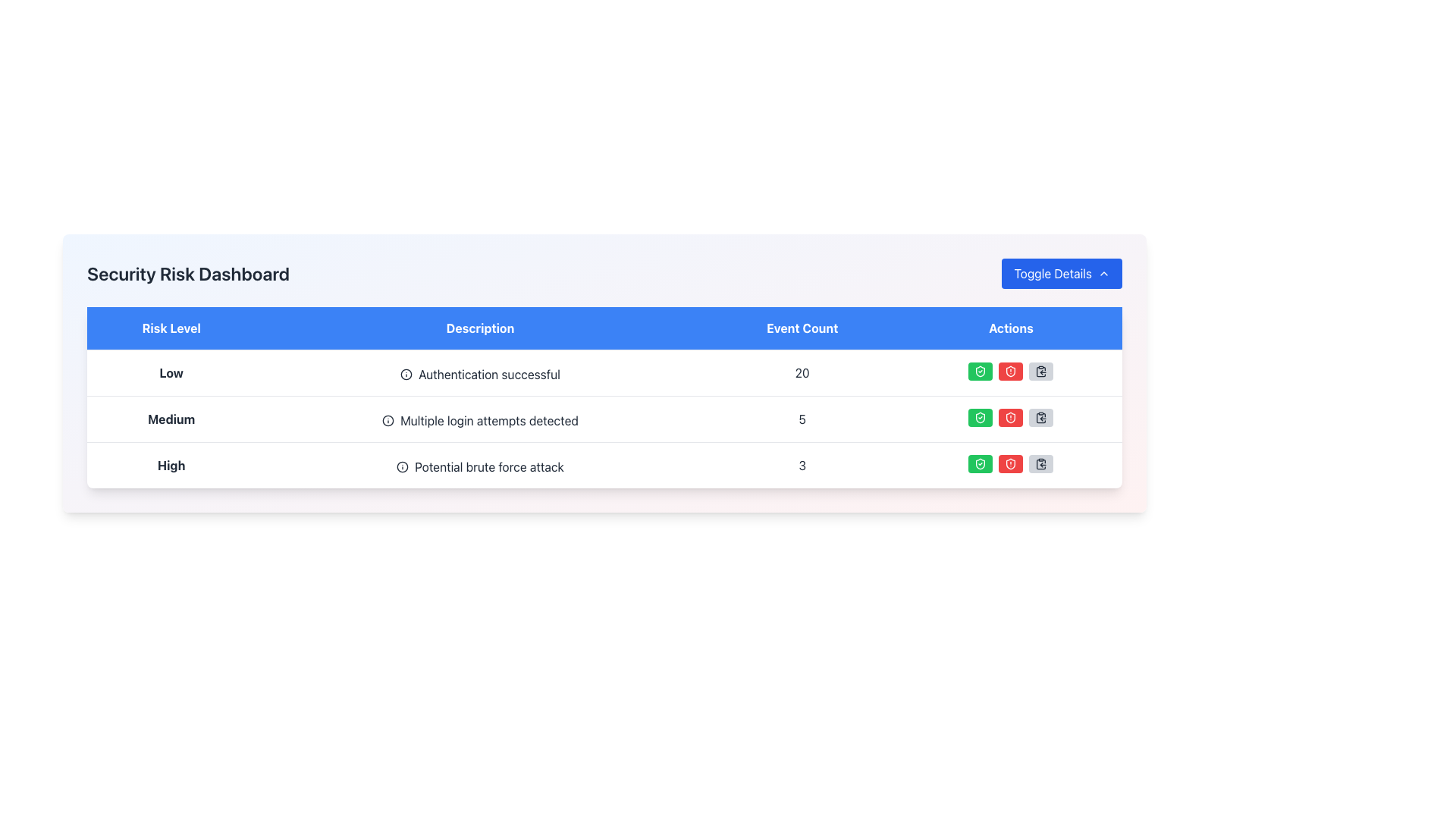 The height and width of the screenshot is (819, 1456). Describe the element at coordinates (981, 463) in the screenshot. I see `the first graphic icon in the 'Actions' column of the 'High' risk level row, which indicates a secure or approved status` at that location.